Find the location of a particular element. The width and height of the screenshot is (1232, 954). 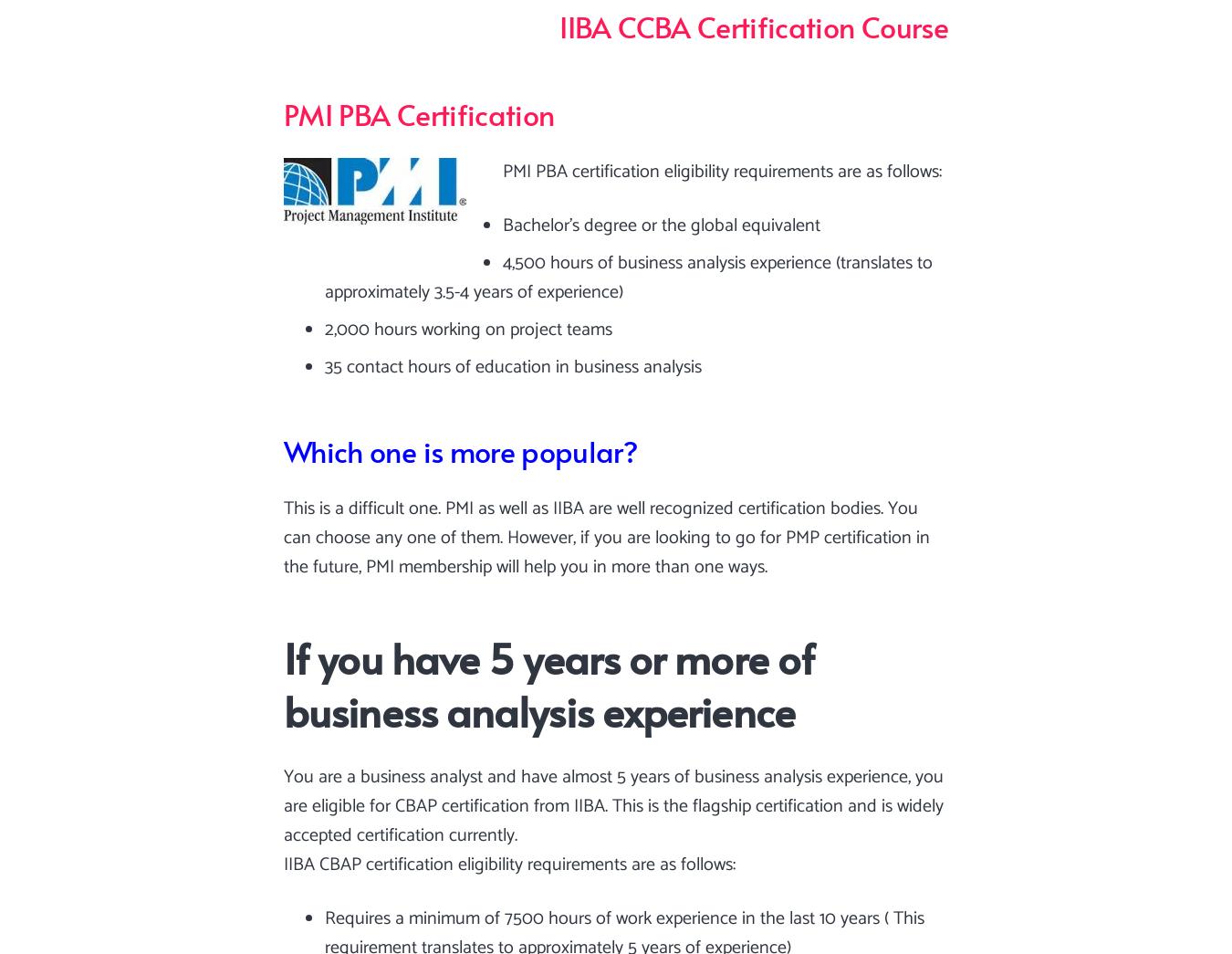

'This is a difficult one. PMI as well as IIBA are well recognized certification bodies. You can choose any one of them. However, if you are looking to go for PMP certification in the future, PMI membership will help you in more than one ways.' is located at coordinates (607, 536).